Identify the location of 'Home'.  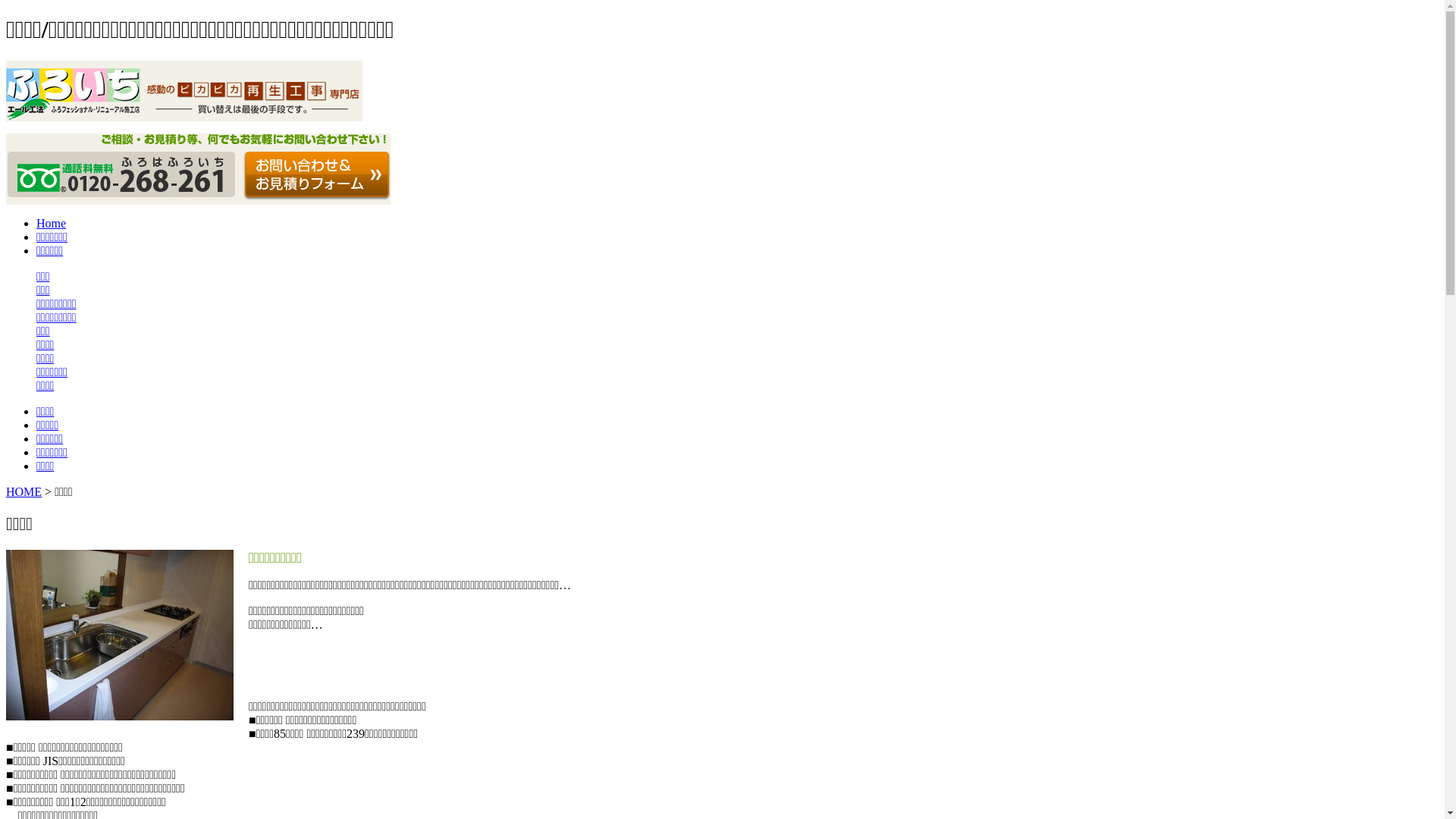
(51, 223).